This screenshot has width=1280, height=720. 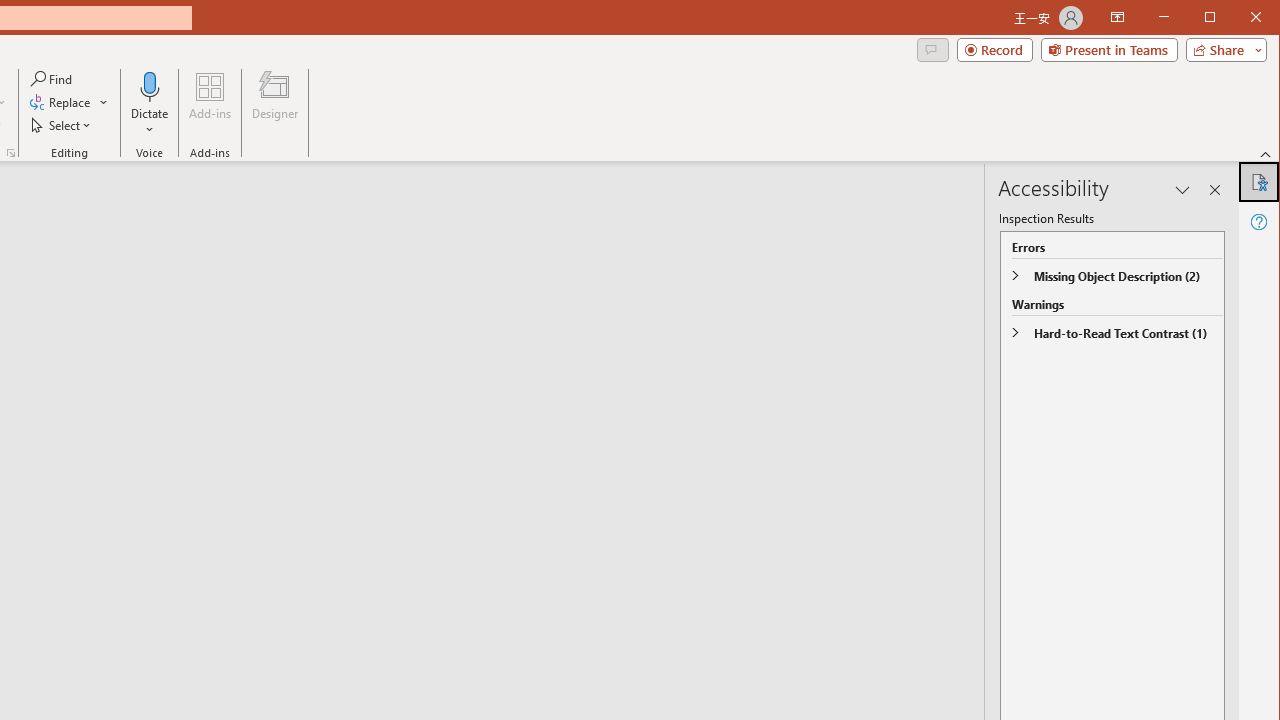 What do you see at coordinates (1116, 18) in the screenshot?
I see `'Ribbon Display Options'` at bounding box center [1116, 18].